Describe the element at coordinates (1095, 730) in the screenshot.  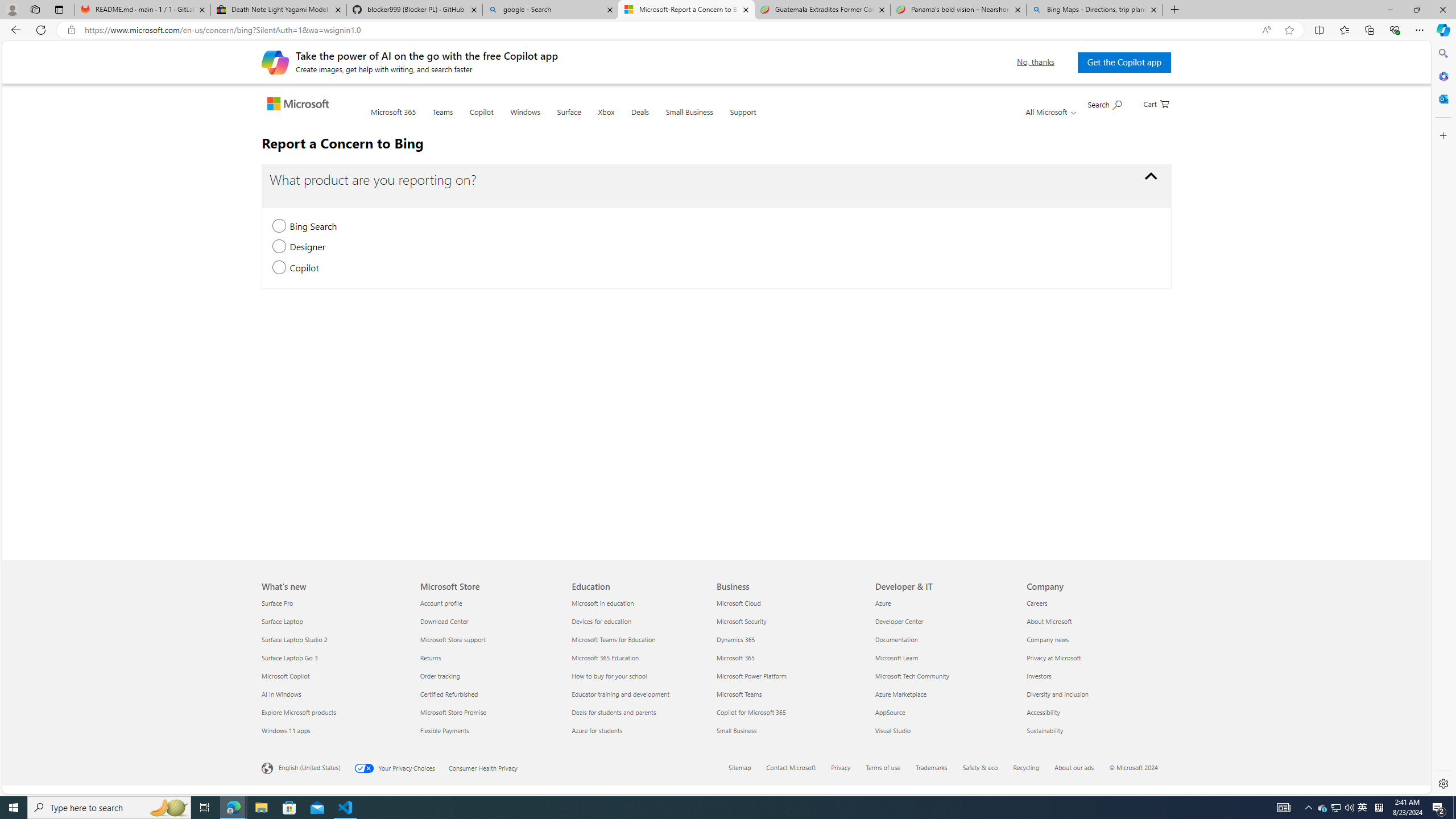
I see `'Sustainability'` at that location.